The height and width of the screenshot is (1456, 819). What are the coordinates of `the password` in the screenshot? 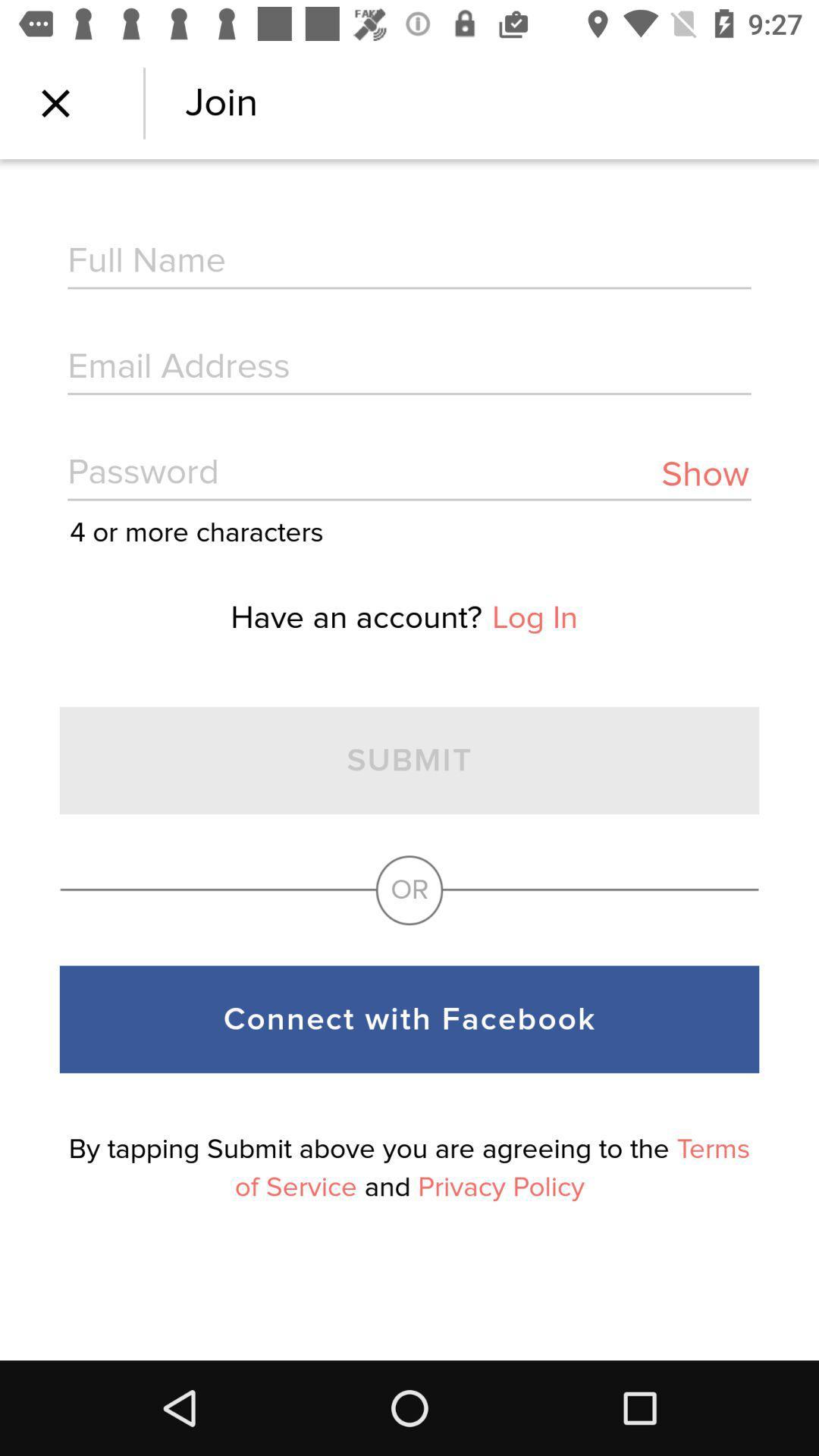 It's located at (409, 473).